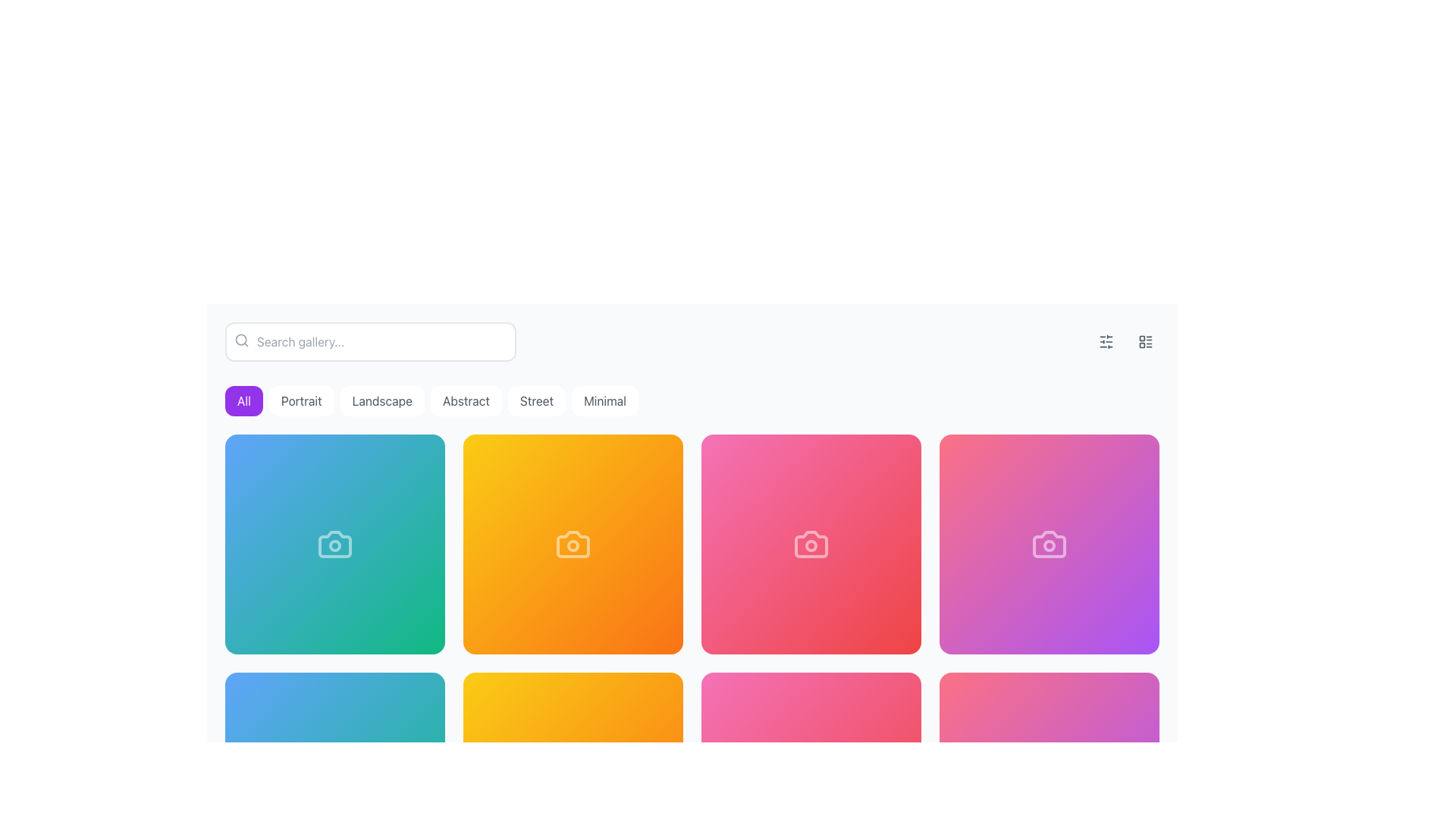 This screenshot has width=1456, height=819. I want to click on the centrally located camera icon within the gradient background card in the first row, first column of the grid layout to interact with it, so click(334, 543).